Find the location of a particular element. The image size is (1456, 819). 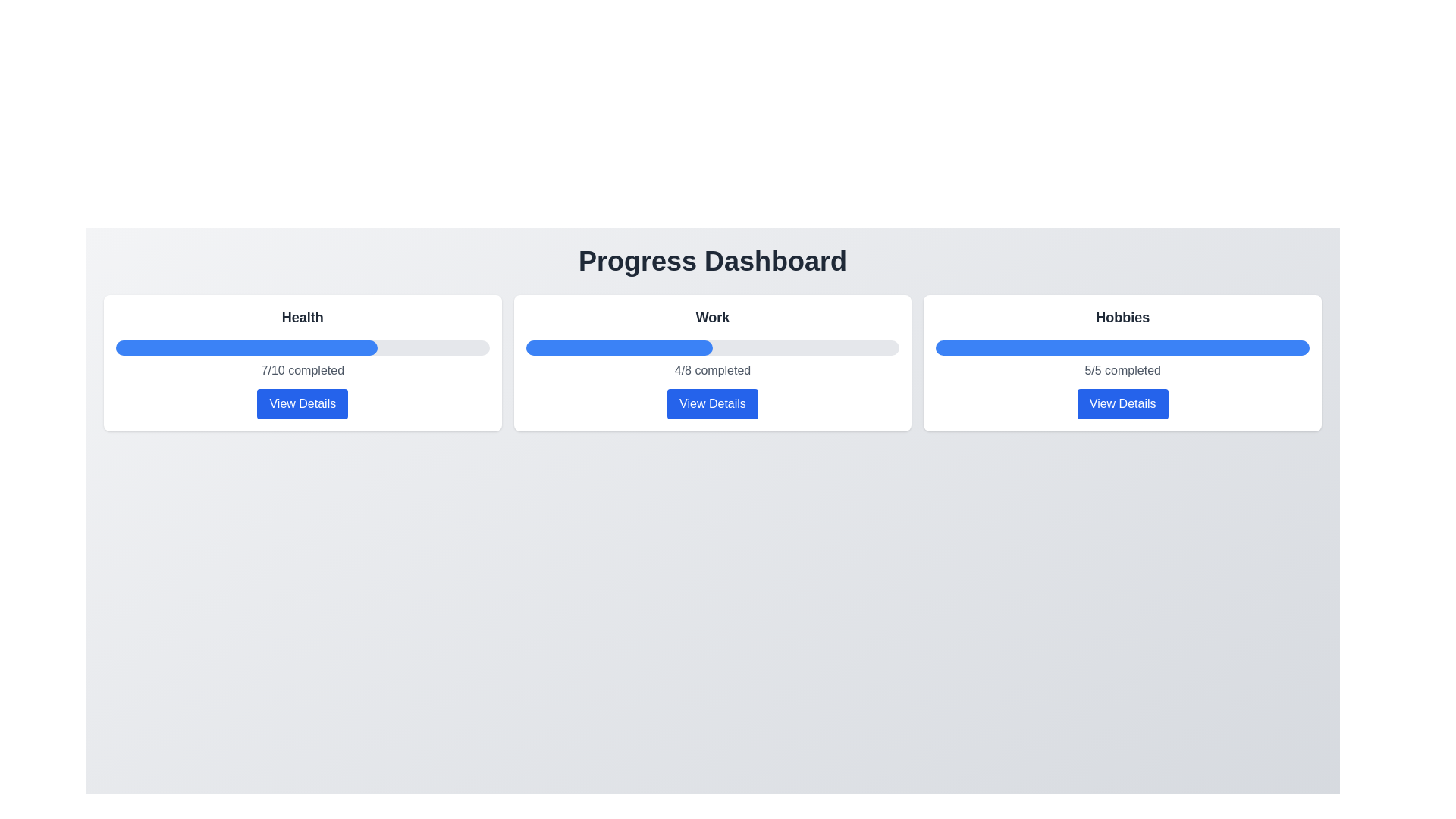

the 'View Details' button with white text on a blue background, located at the bottom of the 'Work' section card is located at coordinates (712, 403).